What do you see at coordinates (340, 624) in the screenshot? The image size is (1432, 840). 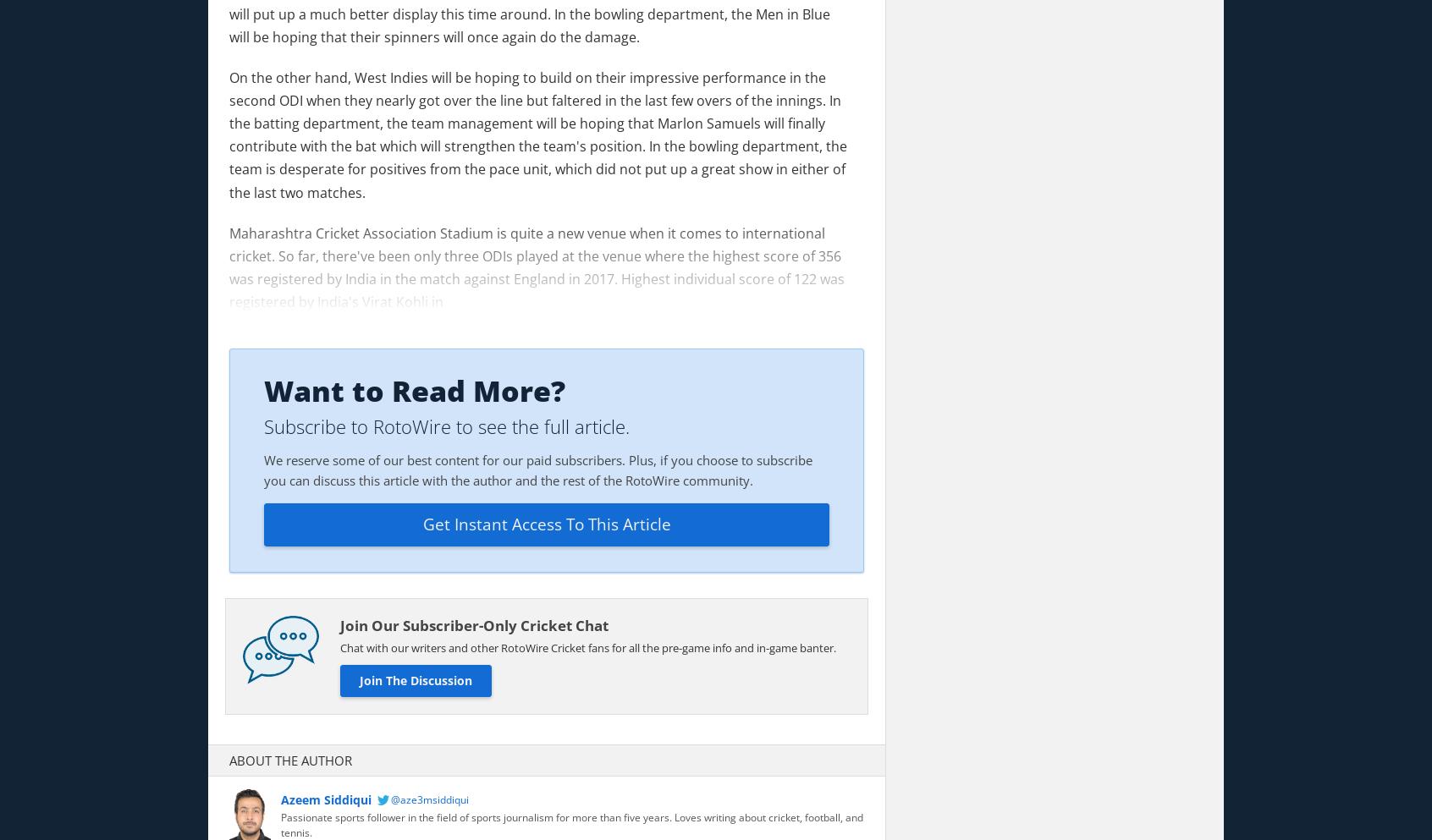 I see `'Join Our Subscriber-Only Cricket Chat'` at bounding box center [340, 624].